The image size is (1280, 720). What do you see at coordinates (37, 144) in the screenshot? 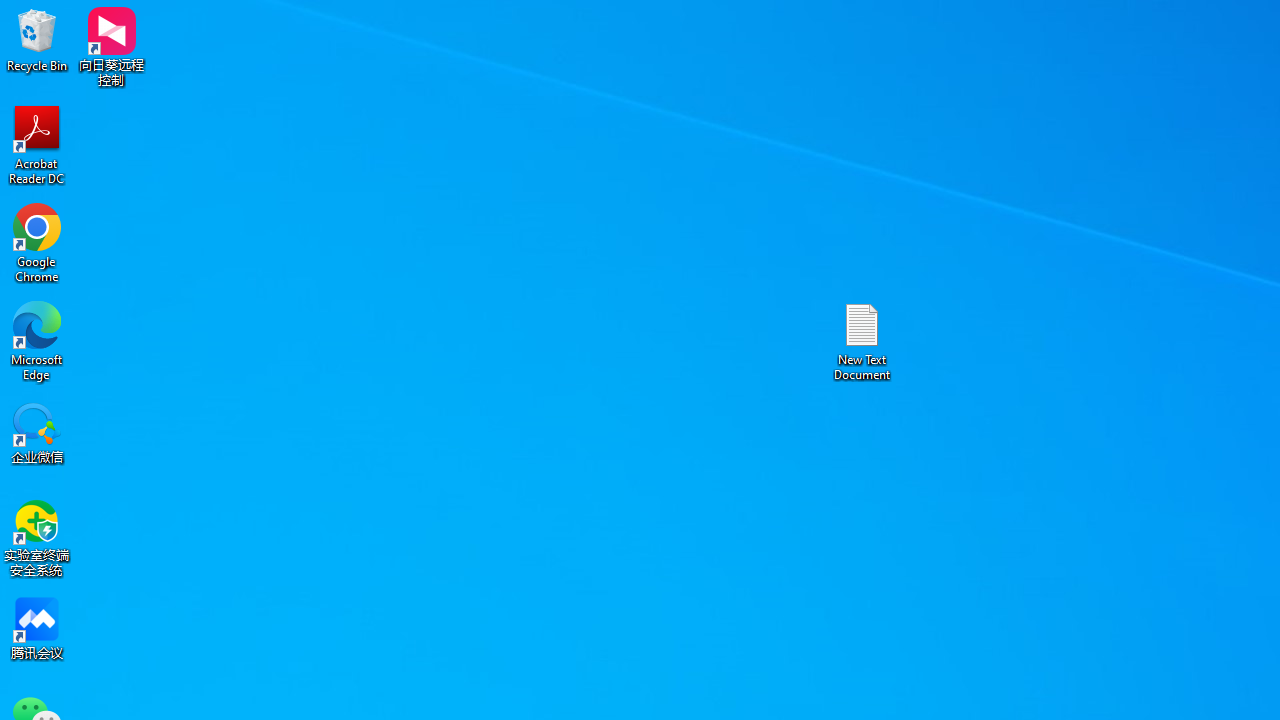
I see `'Acrobat Reader DC'` at bounding box center [37, 144].